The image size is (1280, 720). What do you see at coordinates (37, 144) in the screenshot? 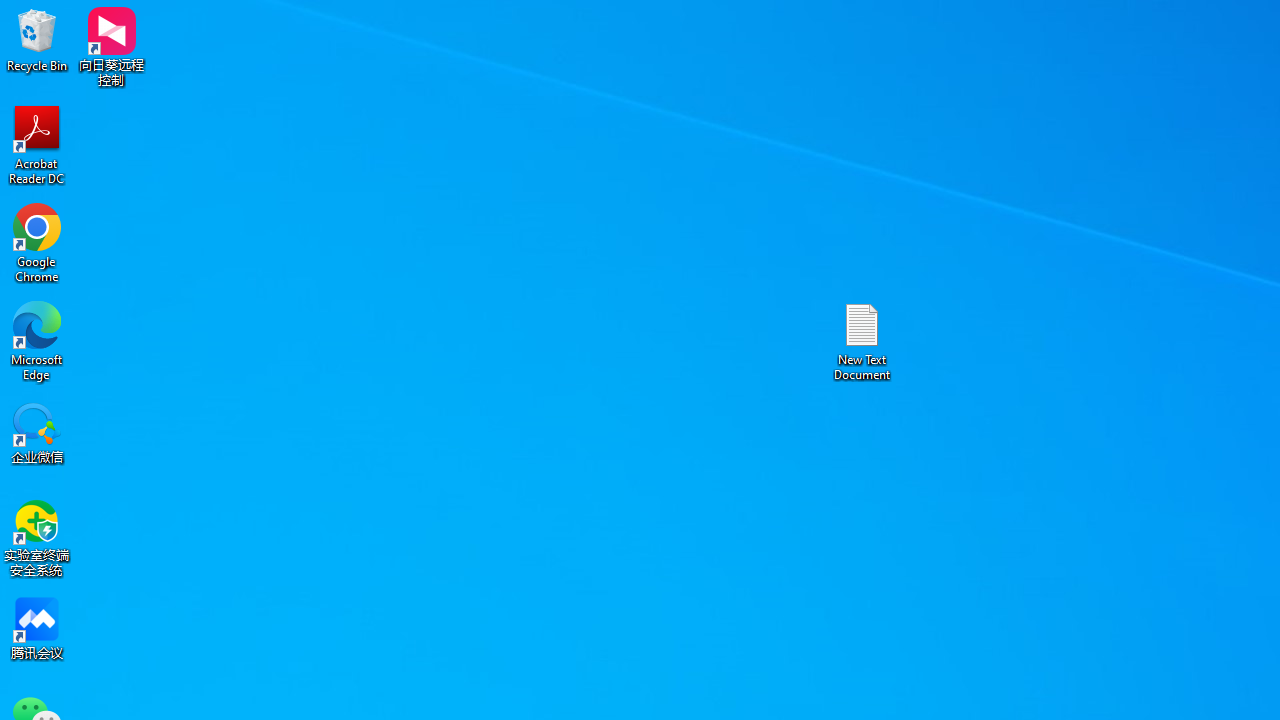
I see `'Acrobat Reader DC'` at bounding box center [37, 144].